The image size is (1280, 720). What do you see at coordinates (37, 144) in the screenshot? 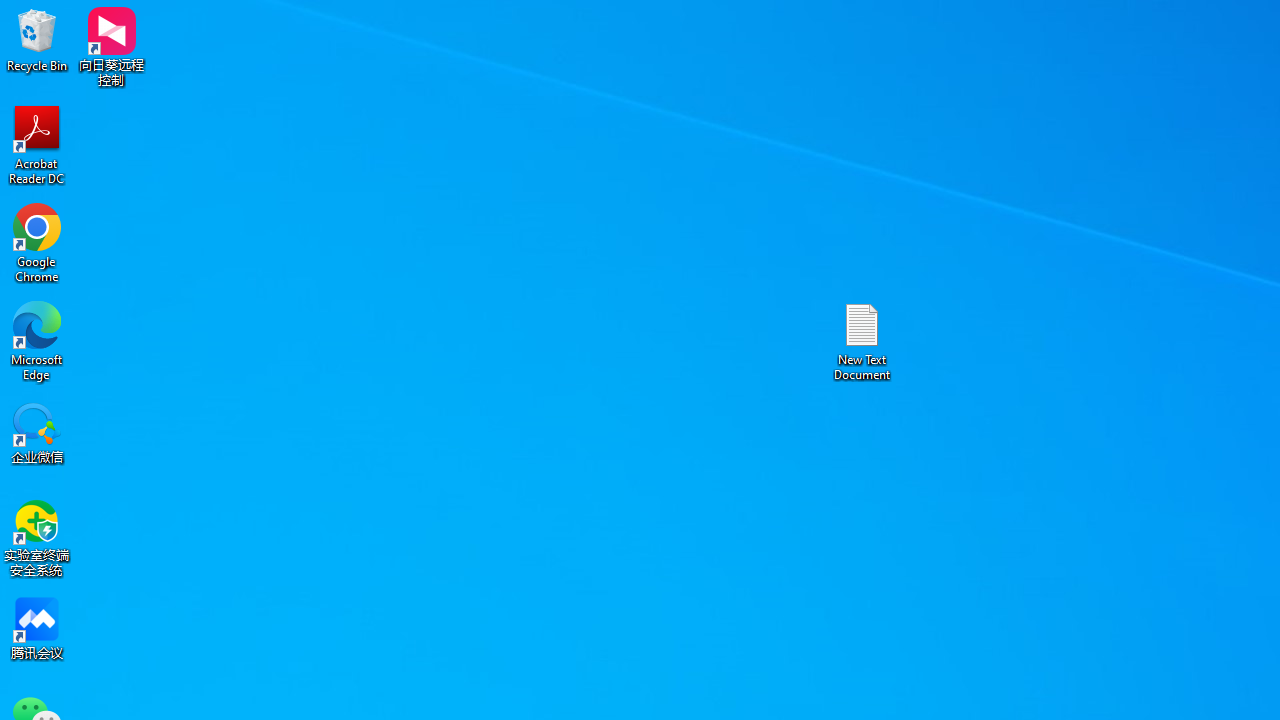
I see `'Acrobat Reader DC'` at bounding box center [37, 144].